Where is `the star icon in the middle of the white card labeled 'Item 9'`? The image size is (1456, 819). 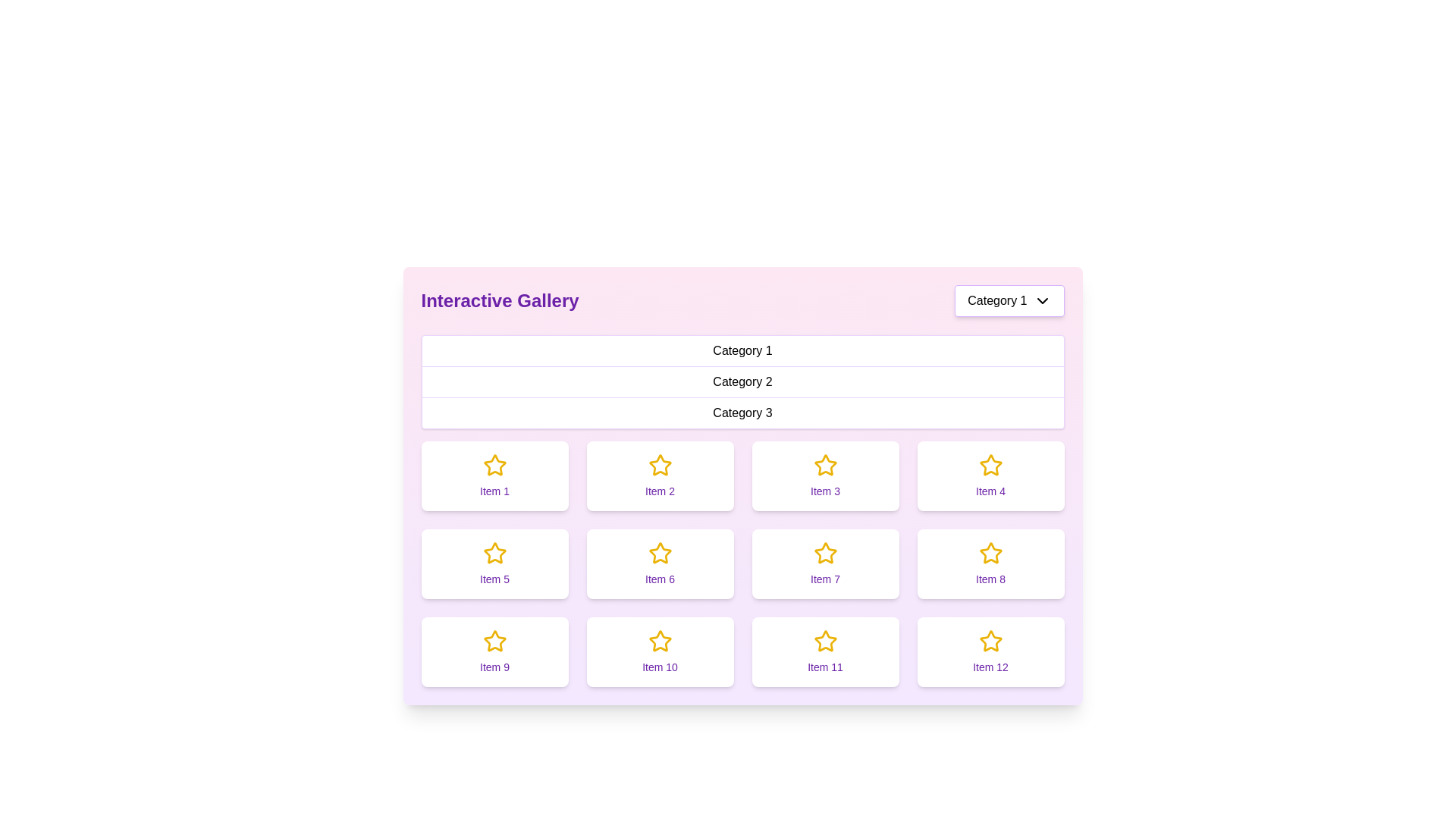 the star icon in the middle of the white card labeled 'Item 9' is located at coordinates (494, 641).